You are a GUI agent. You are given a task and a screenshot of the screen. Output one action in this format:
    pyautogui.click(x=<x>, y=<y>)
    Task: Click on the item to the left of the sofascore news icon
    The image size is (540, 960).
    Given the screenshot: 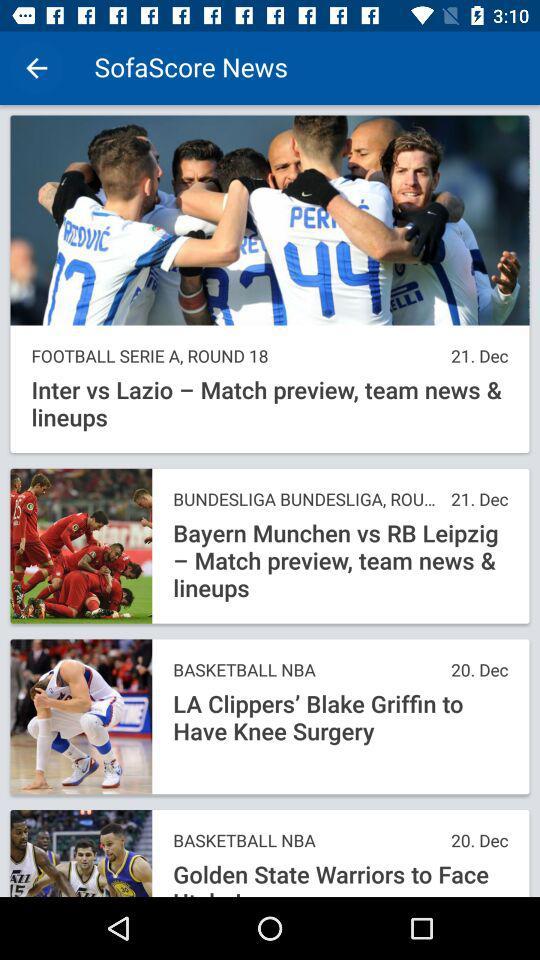 What is the action you would take?
    pyautogui.click(x=36, y=68)
    